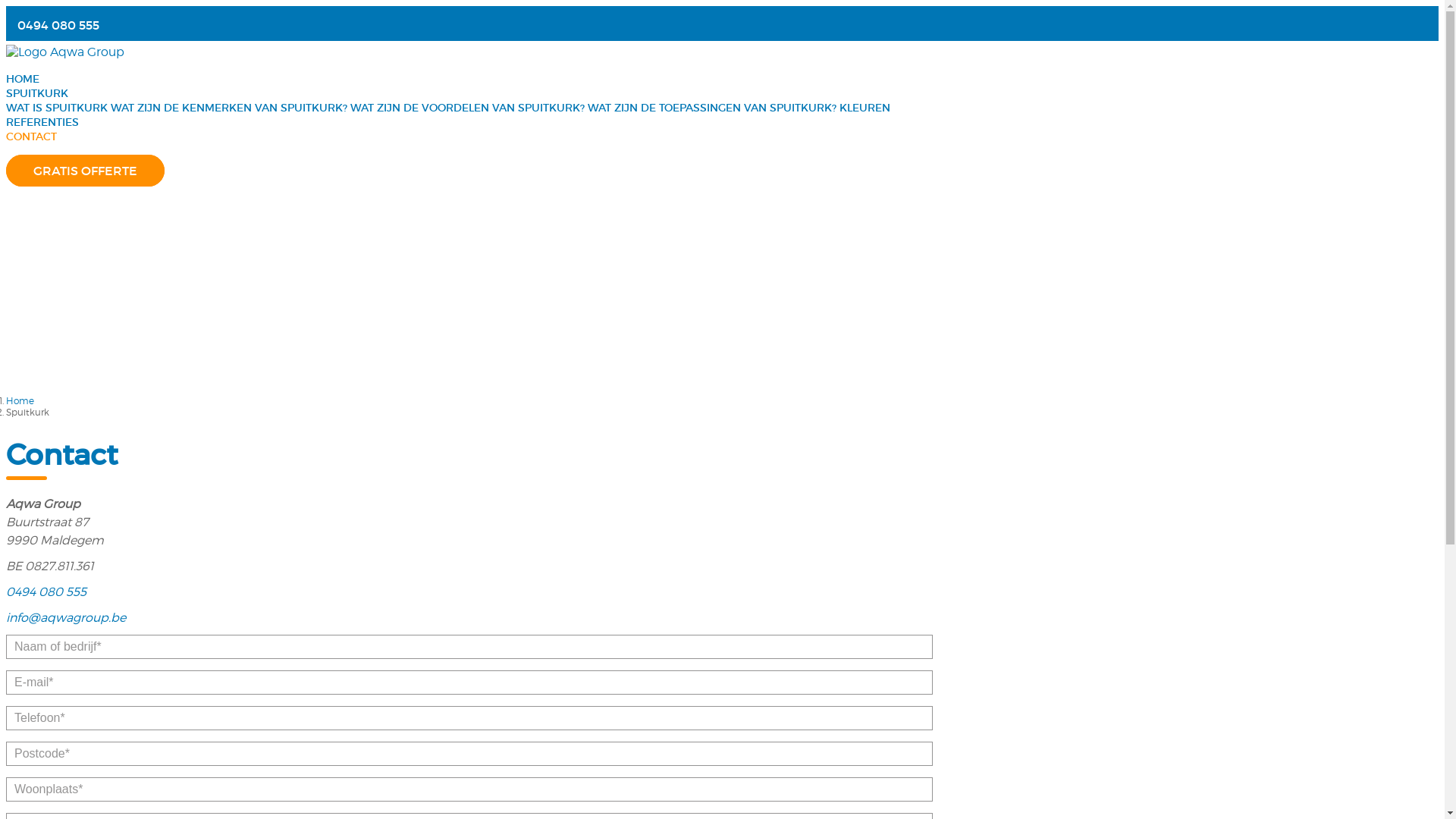  Describe the element at coordinates (31, 136) in the screenshot. I see `'CONTACT'` at that location.